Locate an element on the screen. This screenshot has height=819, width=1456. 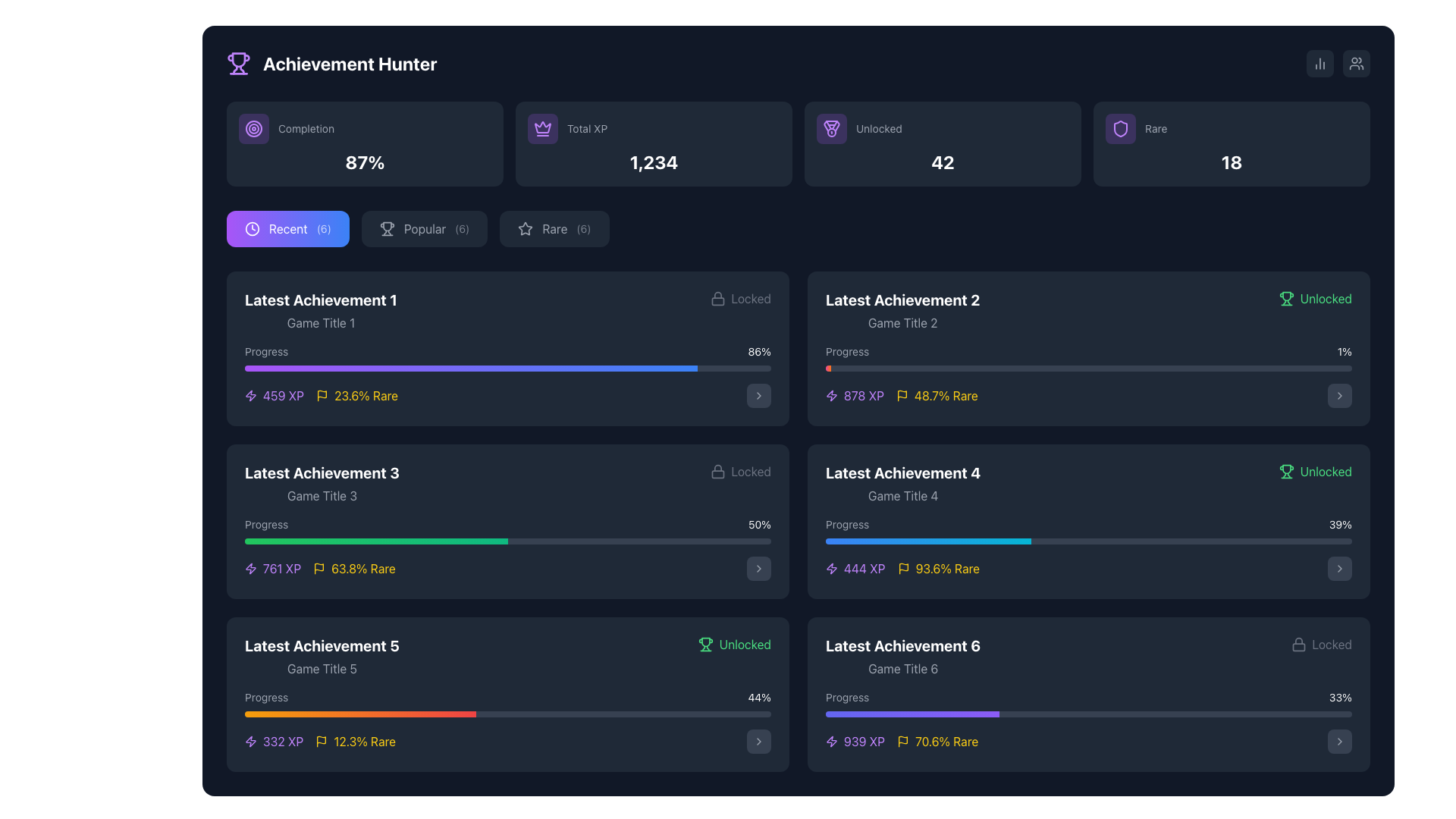
the purple lightning bolt icon representing energy or experience, located to the left of the '878 XP' text is located at coordinates (831, 394).